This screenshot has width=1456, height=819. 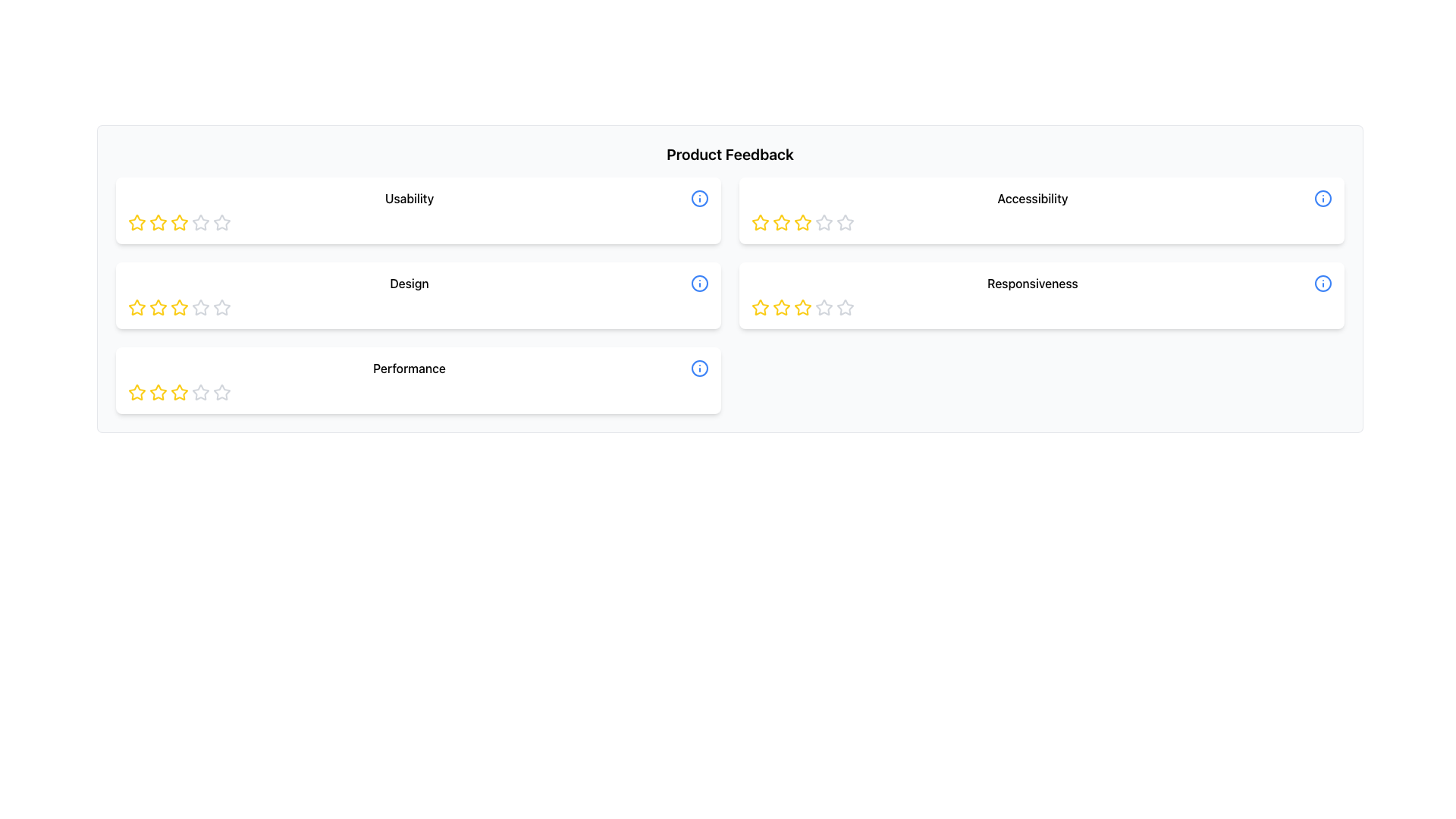 I want to click on the second star-shaped icon in the ratings for the 'Responsiveness' category to rate it, so click(x=781, y=307).